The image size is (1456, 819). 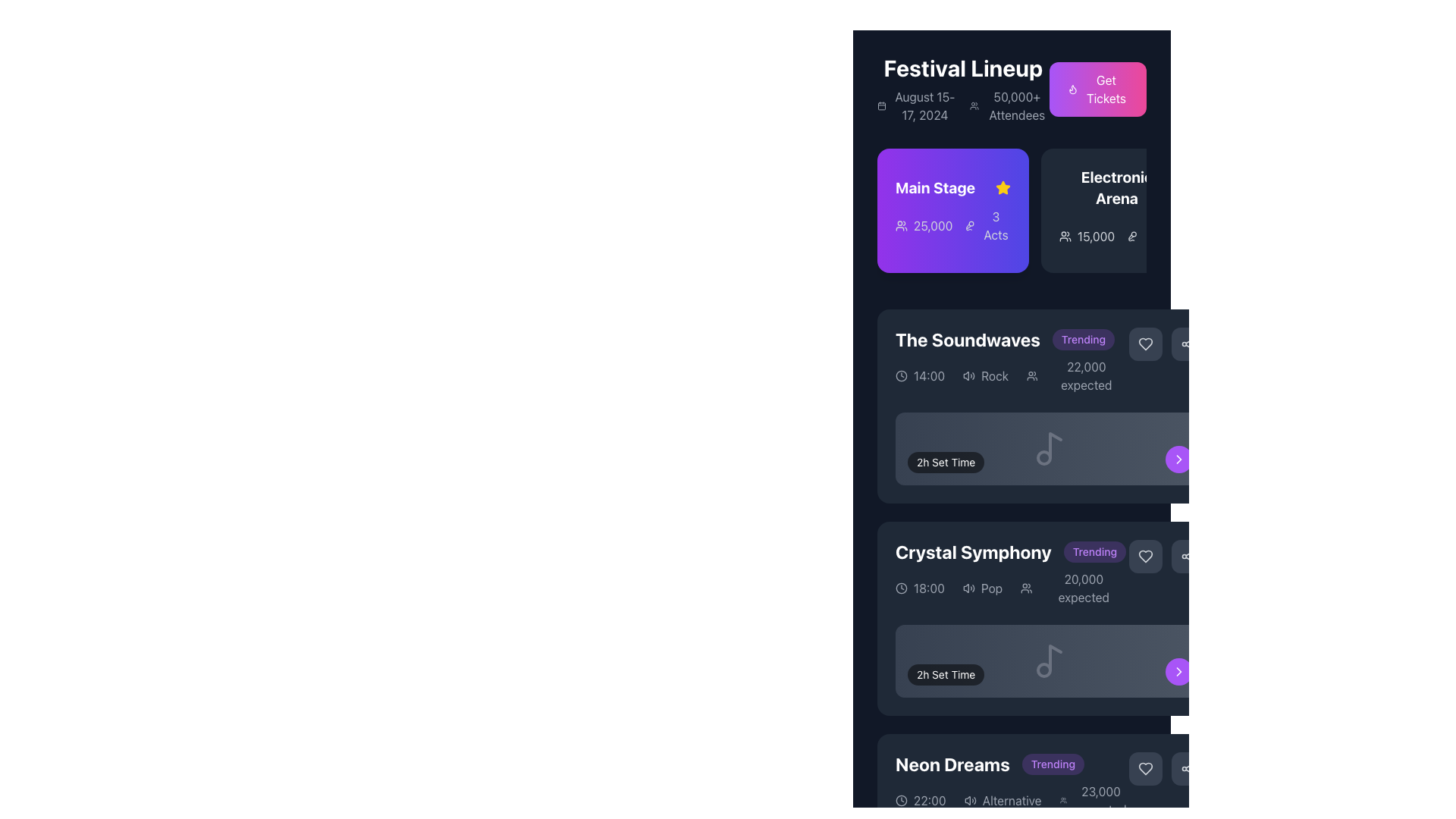 I want to click on the date display text label located beneath the 'Festival Lineup' title, which provides information about the event, so click(x=924, y=105).